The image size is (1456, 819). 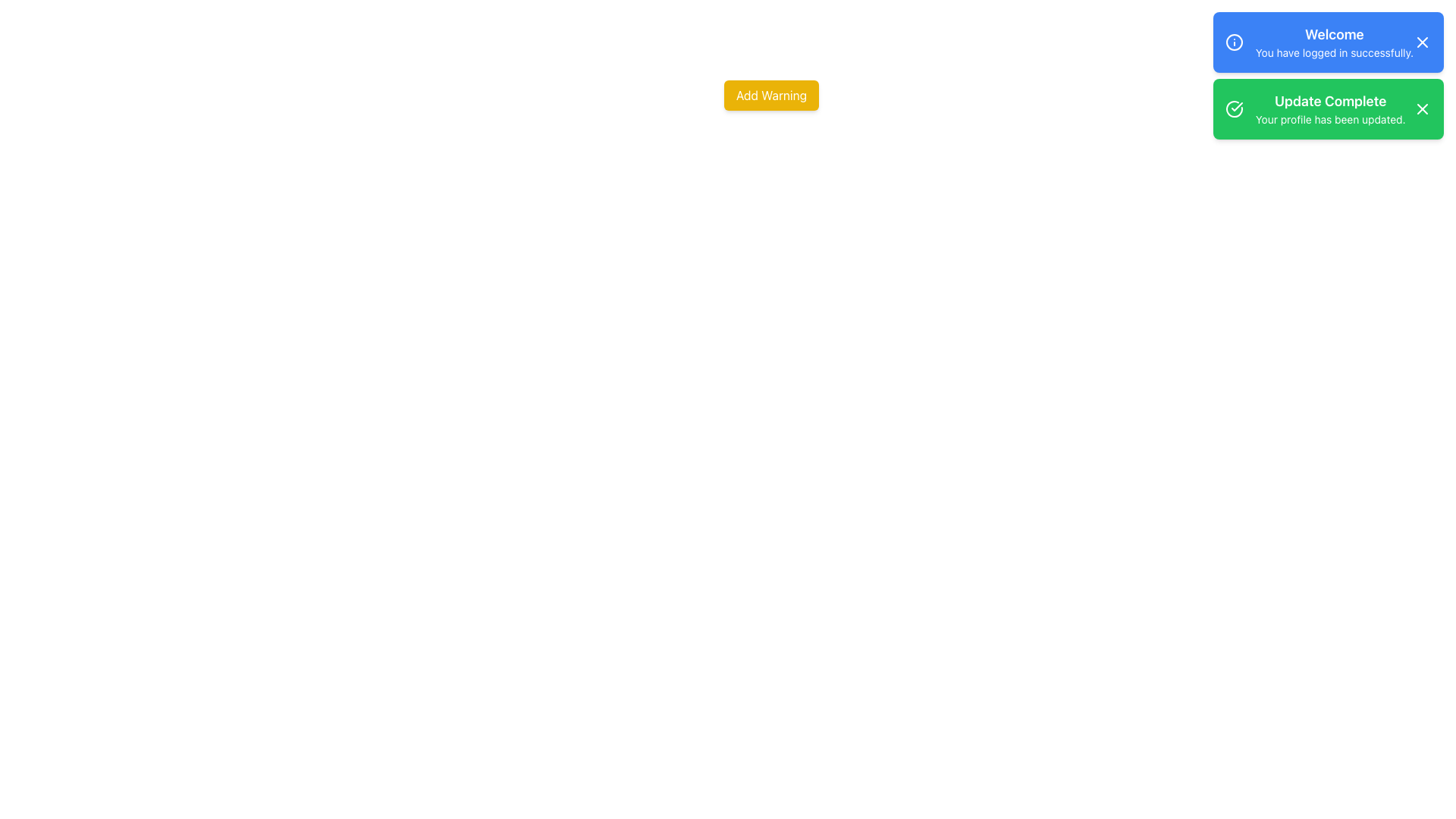 What do you see at coordinates (1422, 42) in the screenshot?
I see `the Icon Button at the rightmost end of the blue notification banner` at bounding box center [1422, 42].